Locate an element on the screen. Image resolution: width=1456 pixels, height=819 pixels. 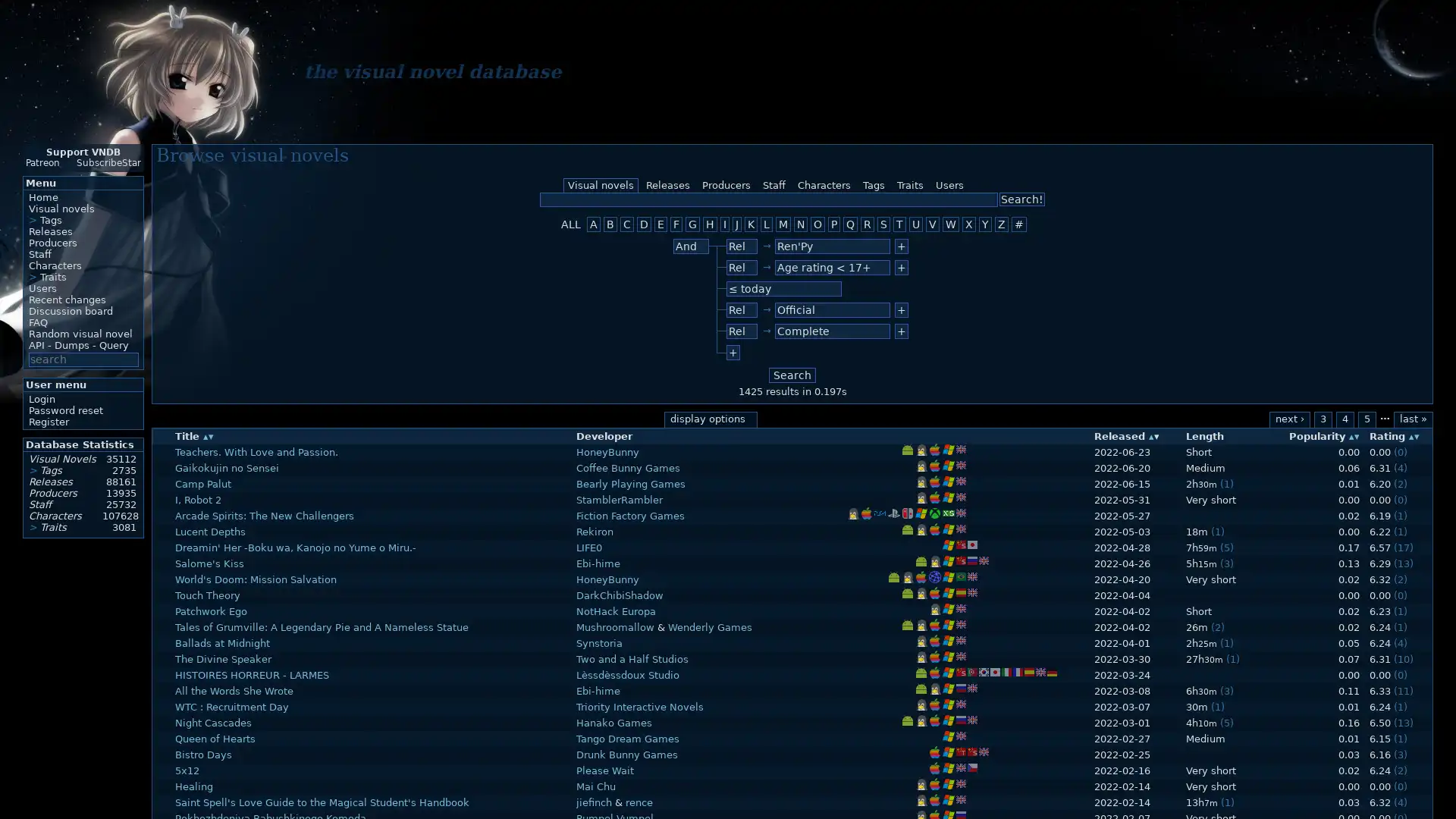
S is located at coordinates (883, 224).